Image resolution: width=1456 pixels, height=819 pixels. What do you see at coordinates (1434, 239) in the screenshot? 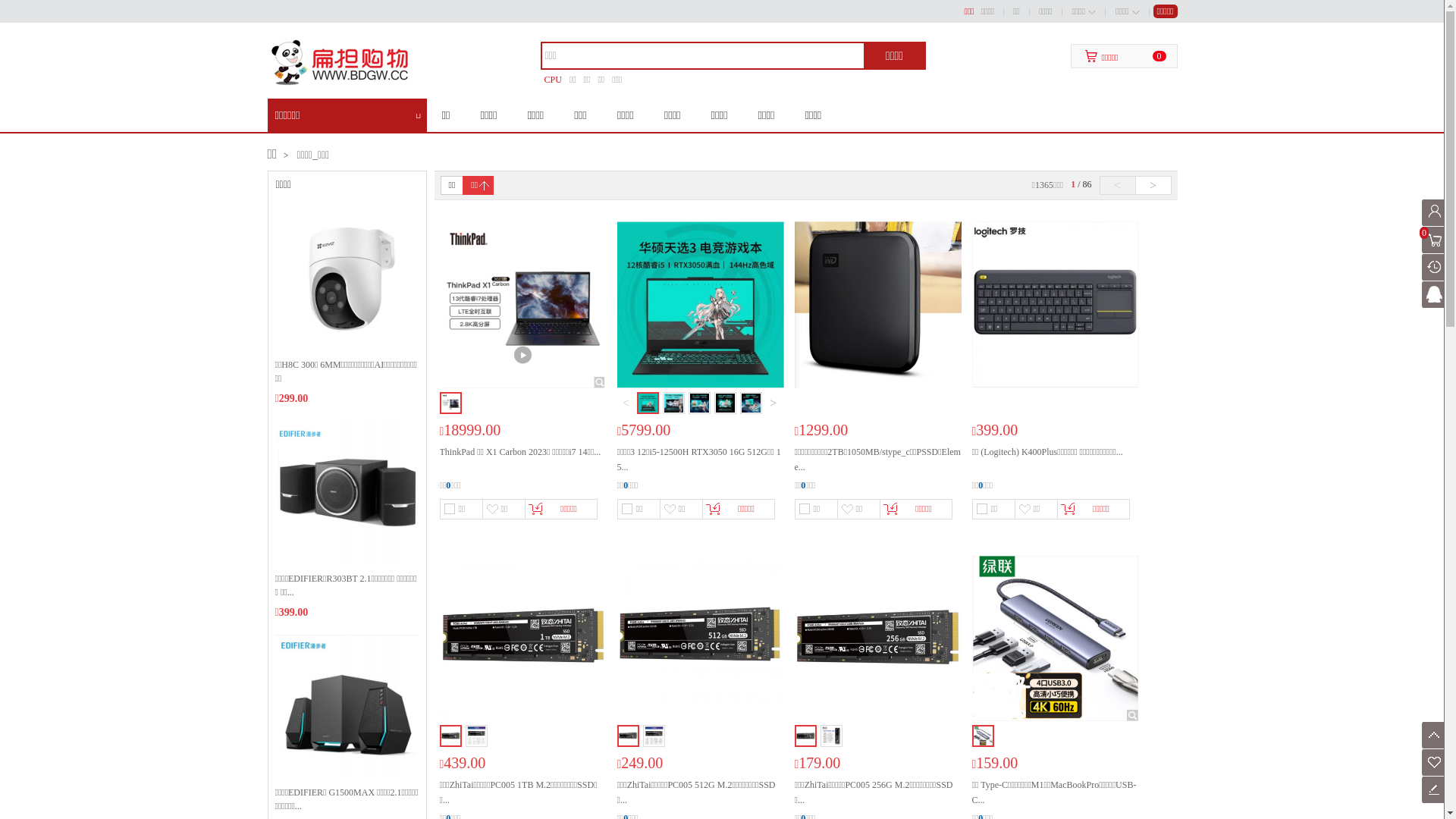
I see `'0'` at bounding box center [1434, 239].